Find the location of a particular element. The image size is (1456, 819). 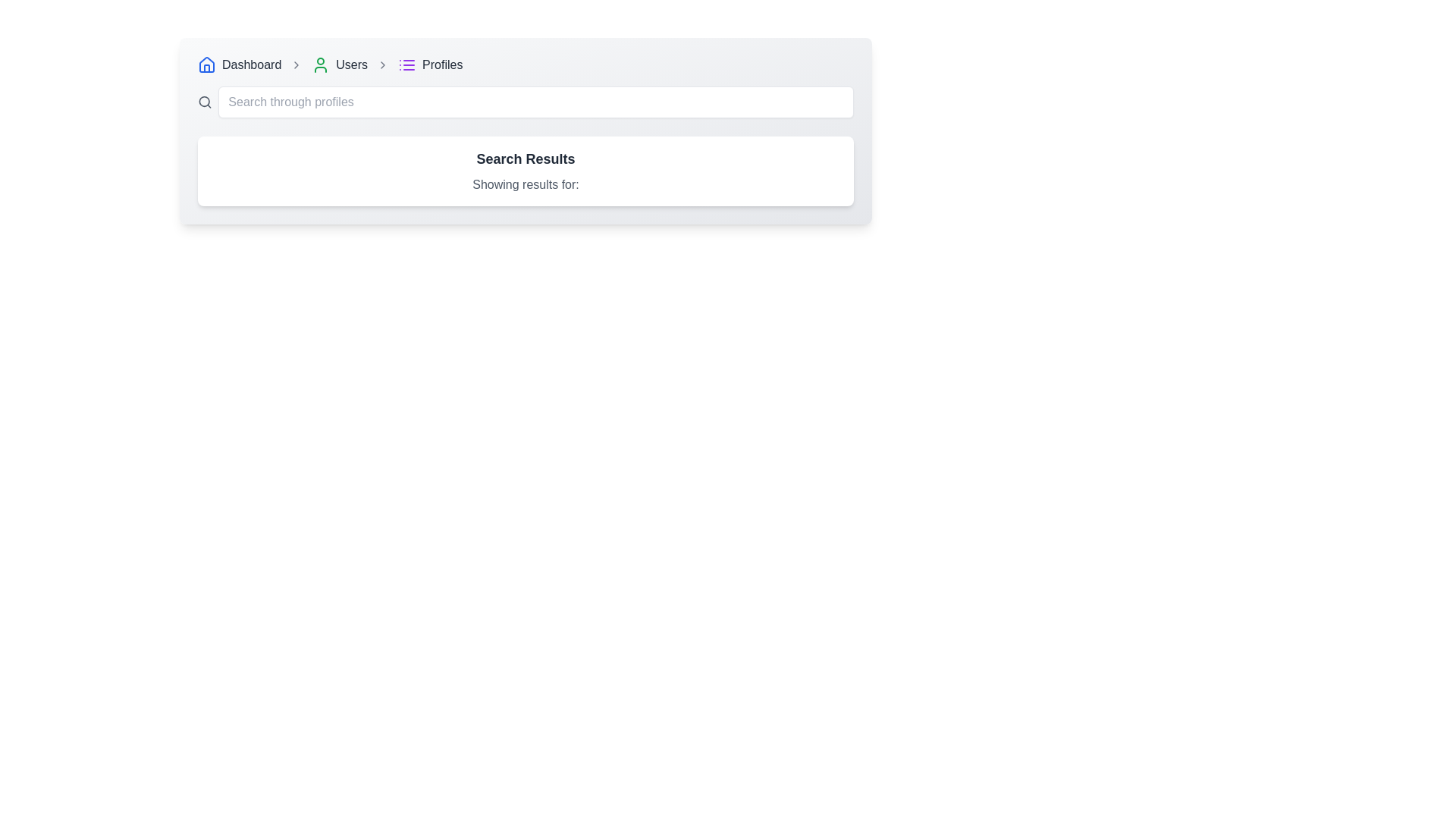

the blue house-shaped icon located at the start of the breadcrumb navigation bar, to the left of the text 'Dashboard' is located at coordinates (206, 64).